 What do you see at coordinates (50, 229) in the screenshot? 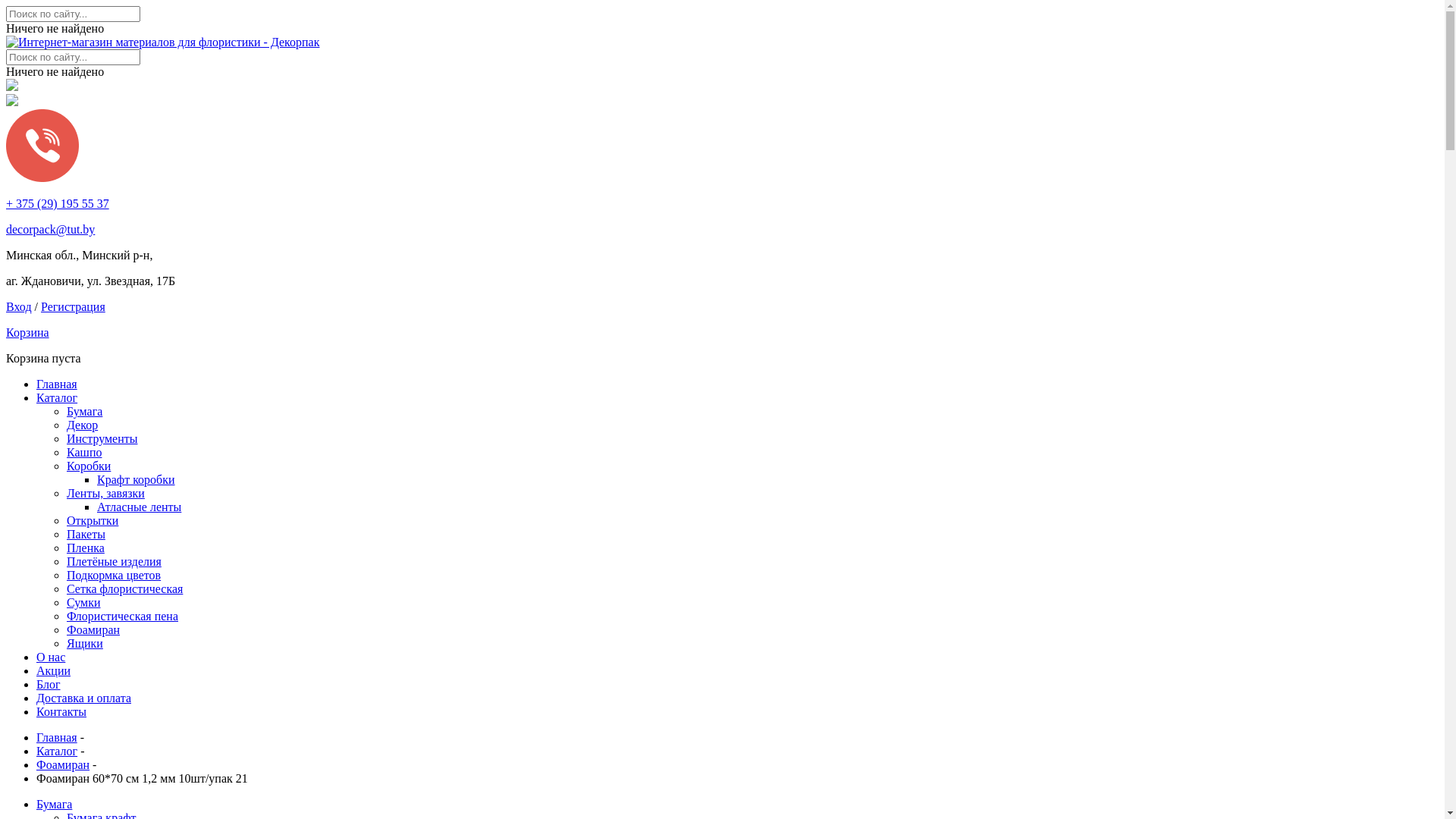
I see `'decorpack@tut.by'` at bounding box center [50, 229].